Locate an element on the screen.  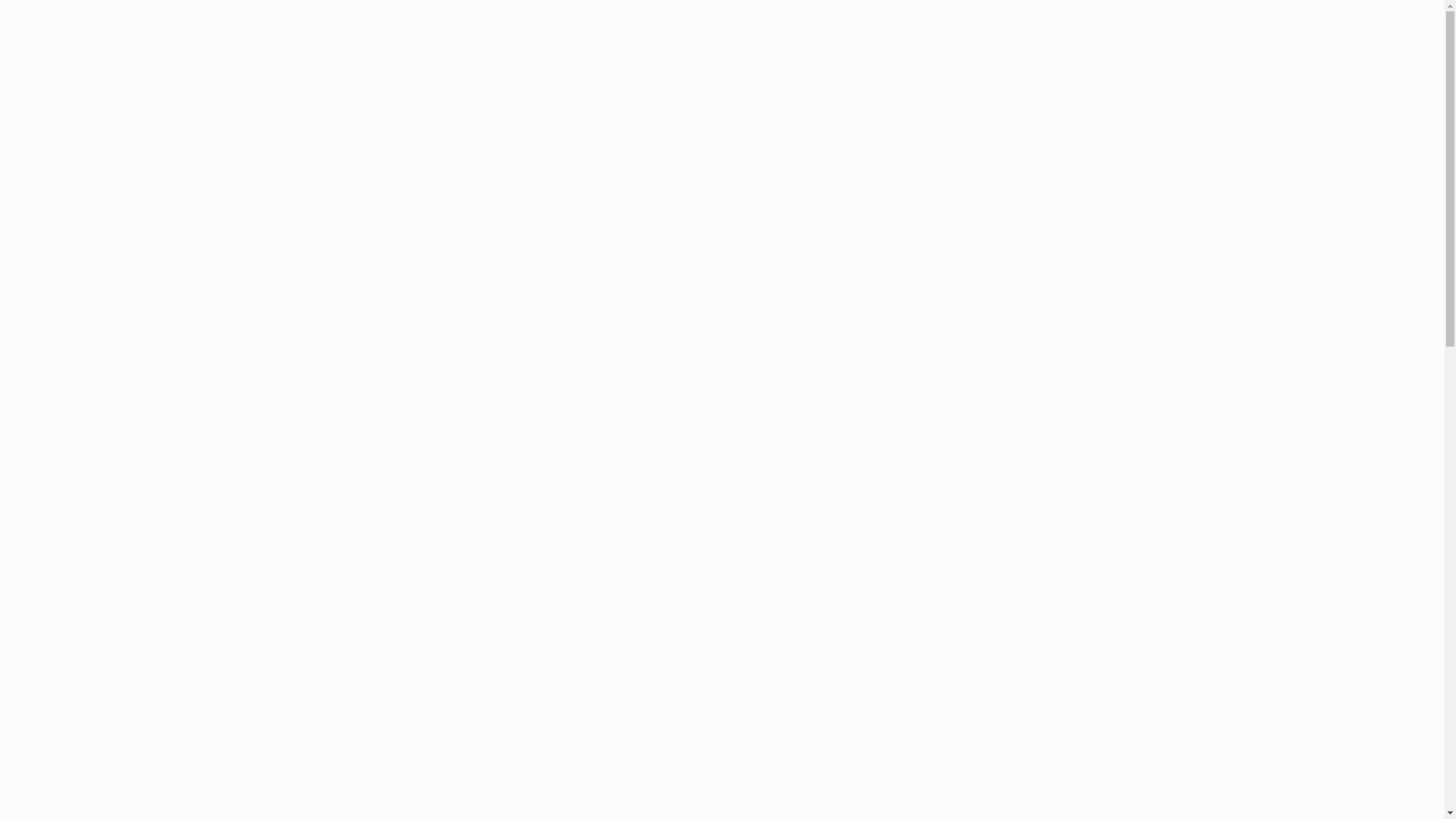
'Blog' is located at coordinates (715, 45).